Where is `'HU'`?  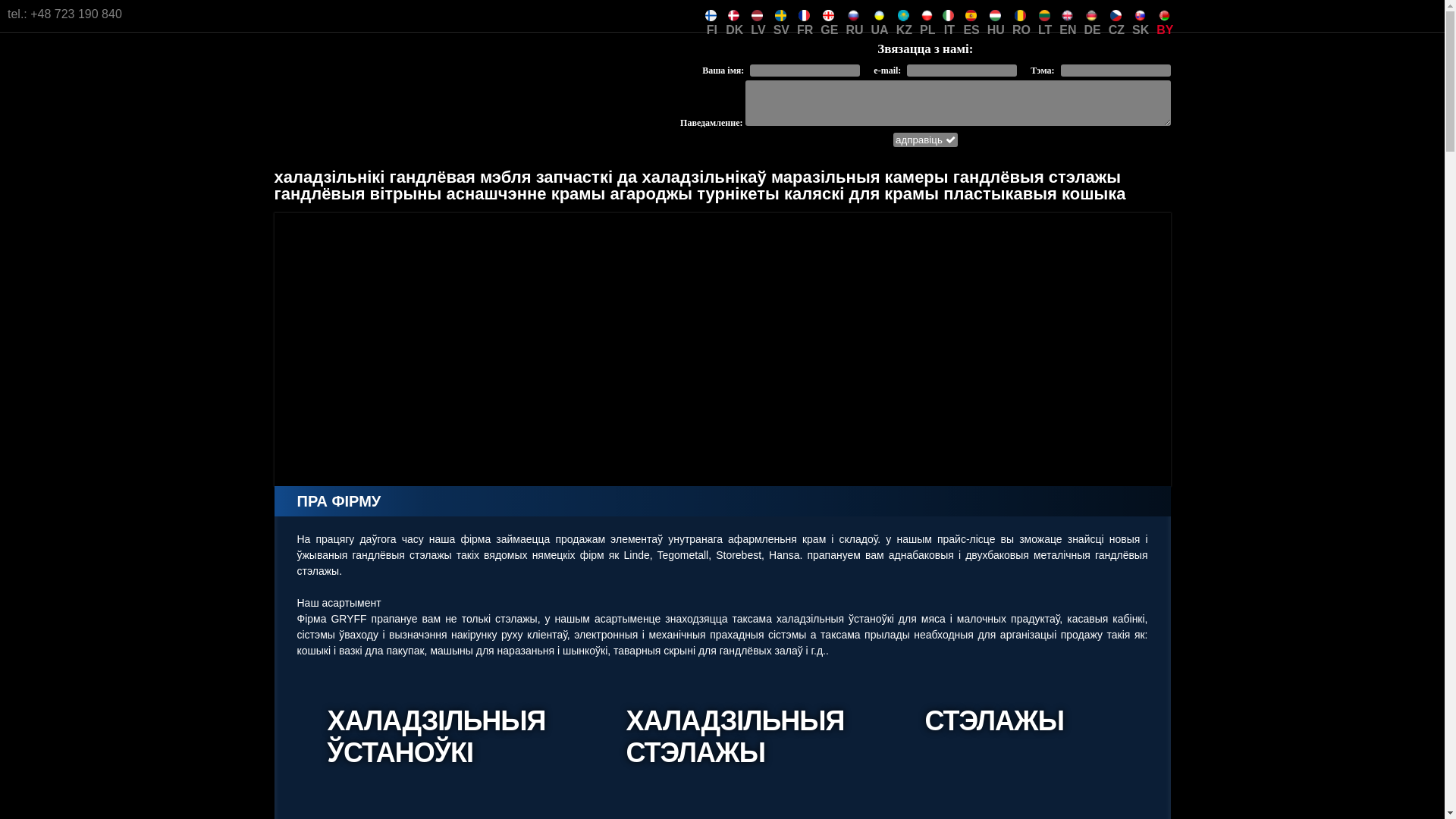 'HU' is located at coordinates (996, 14).